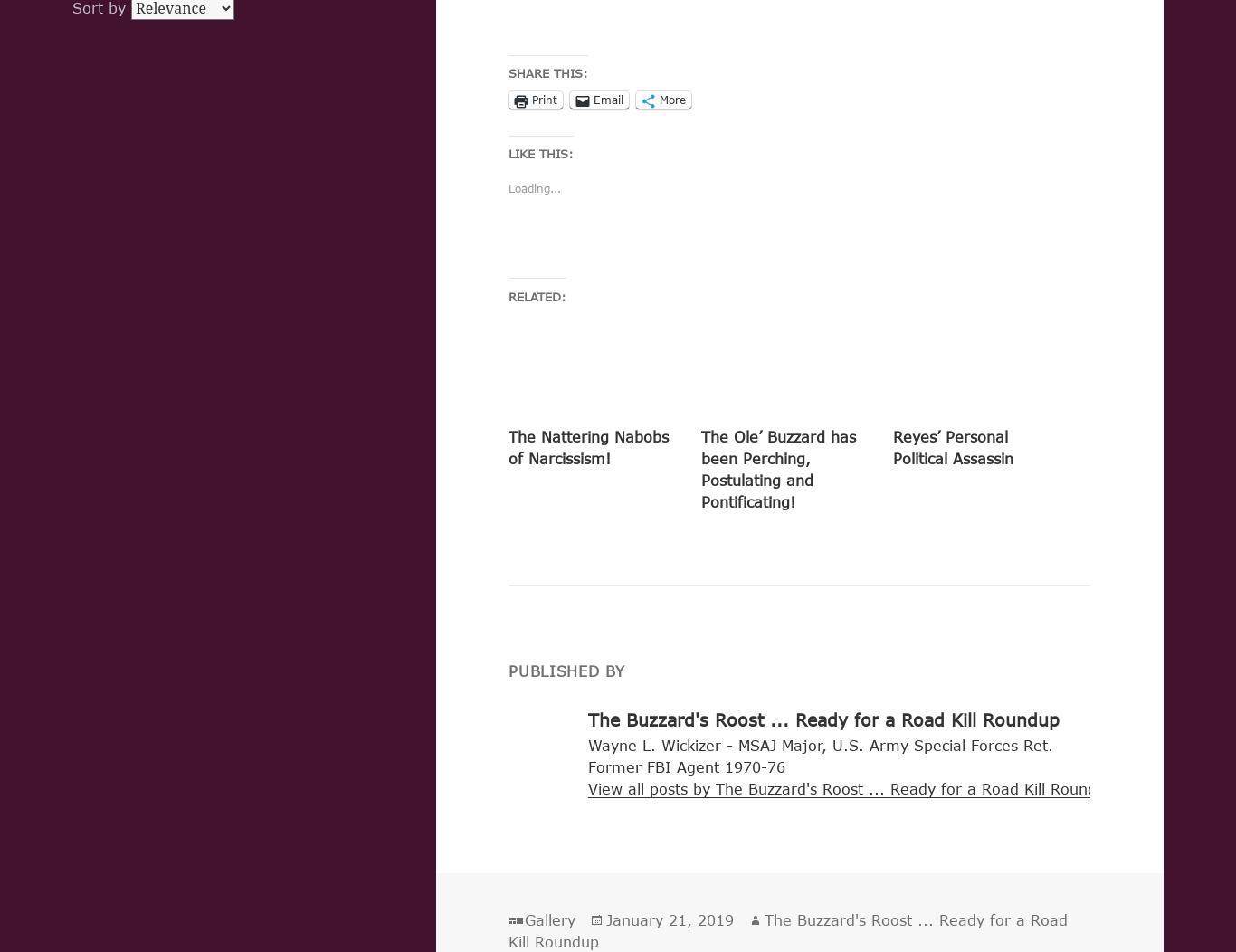  I want to click on 'View all posts by The Buzzard's Roost ... Ready for a Road Kill Roundup', so click(586, 786).